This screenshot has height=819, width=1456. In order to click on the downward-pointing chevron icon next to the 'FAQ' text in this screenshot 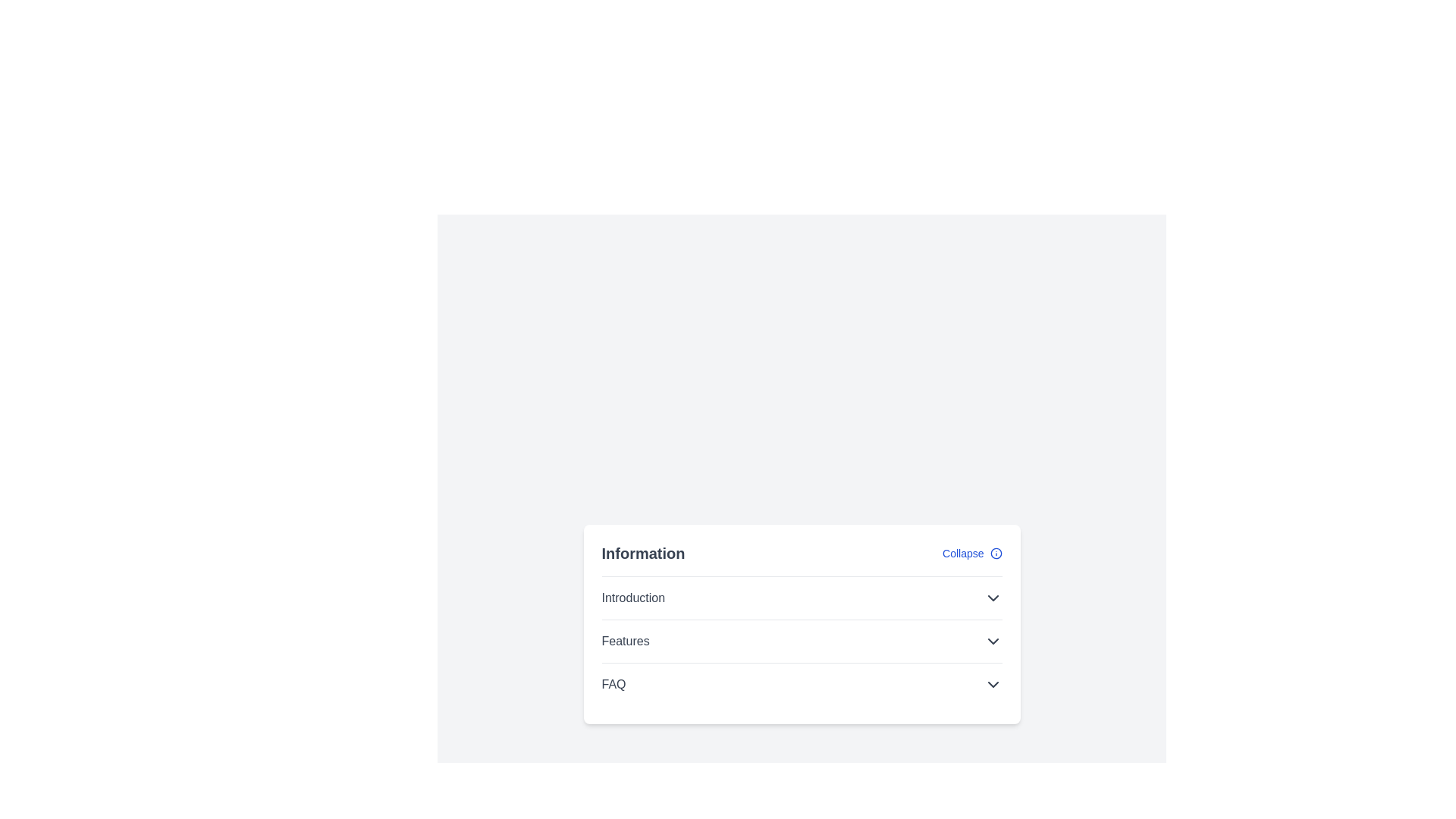, I will do `click(993, 684)`.